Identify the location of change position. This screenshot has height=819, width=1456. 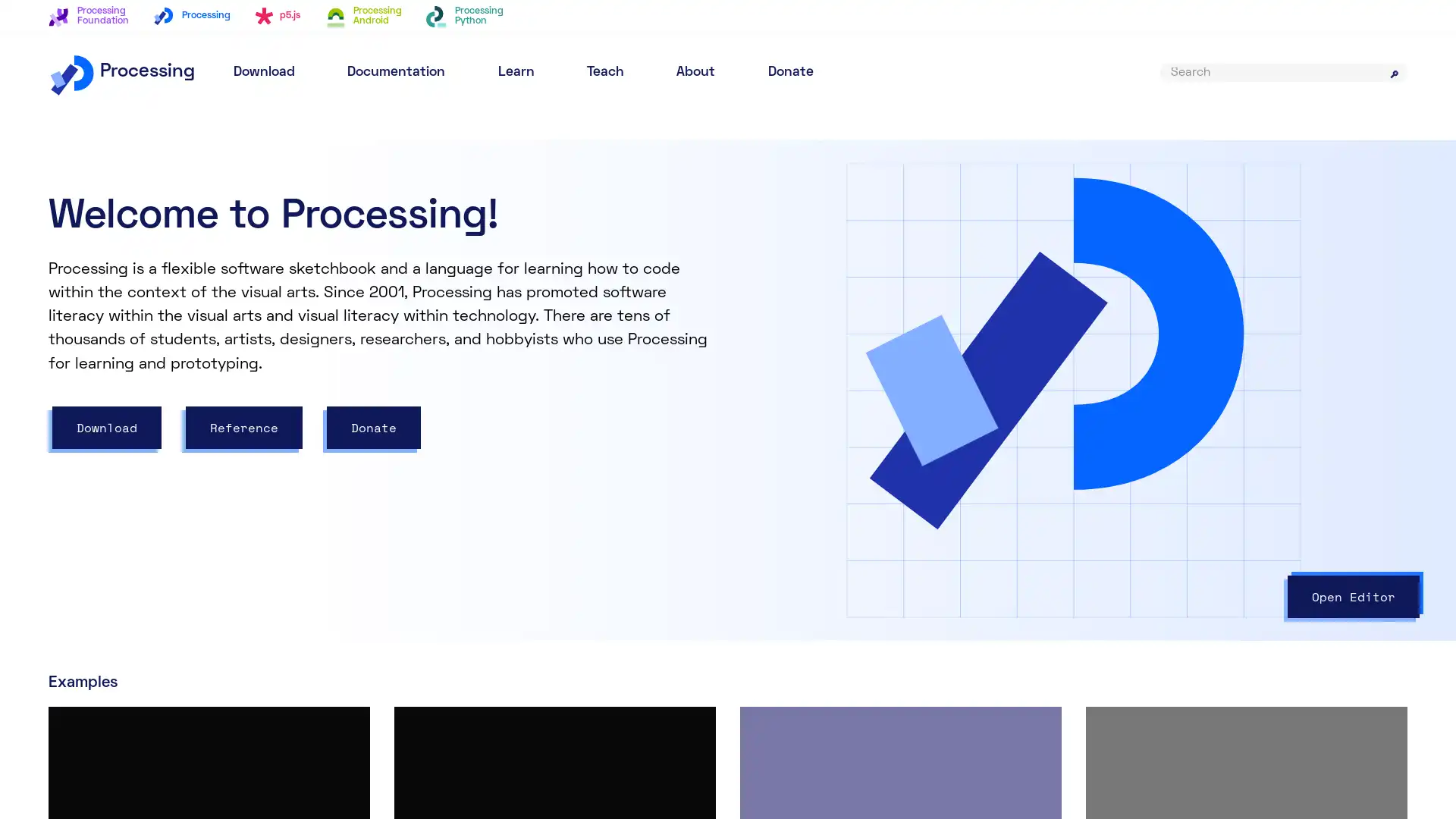
(952, 467).